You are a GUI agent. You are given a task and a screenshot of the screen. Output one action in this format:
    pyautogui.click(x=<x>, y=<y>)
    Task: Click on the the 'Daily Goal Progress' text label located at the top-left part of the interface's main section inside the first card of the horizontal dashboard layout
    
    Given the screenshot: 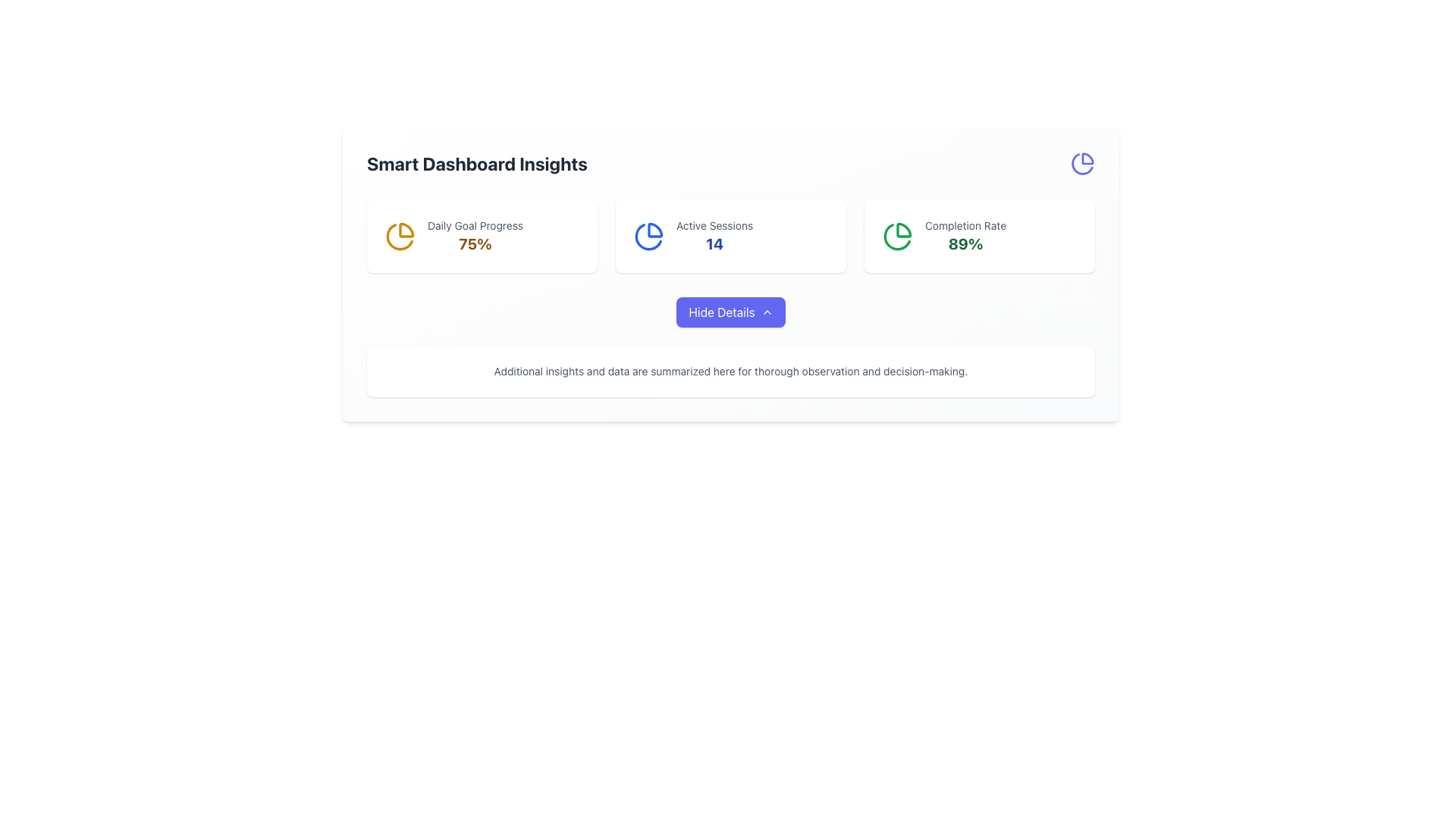 What is the action you would take?
    pyautogui.click(x=475, y=225)
    